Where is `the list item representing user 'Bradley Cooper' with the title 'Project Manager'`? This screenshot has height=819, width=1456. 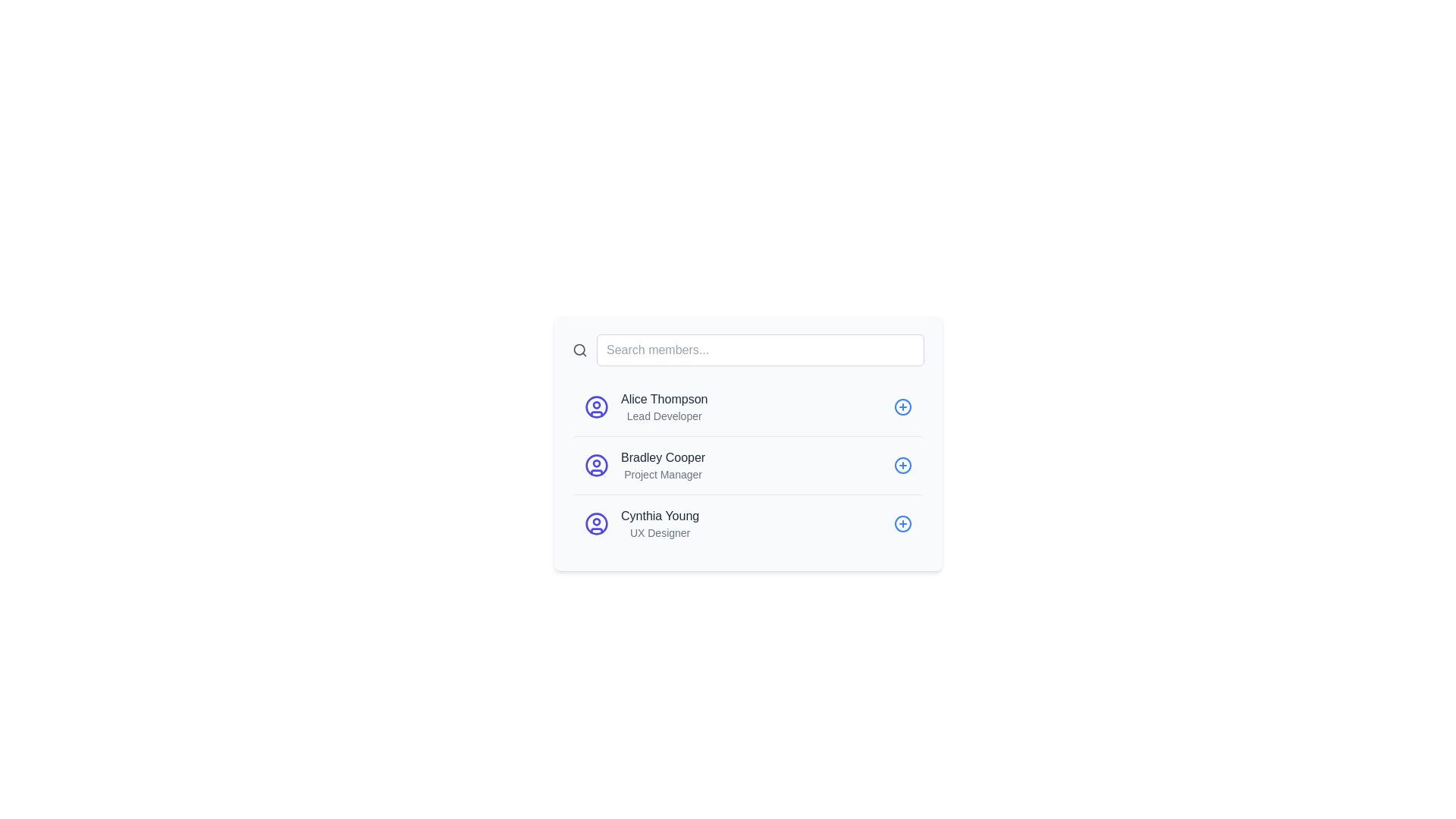 the list item representing user 'Bradley Cooper' with the title 'Project Manager' is located at coordinates (748, 464).